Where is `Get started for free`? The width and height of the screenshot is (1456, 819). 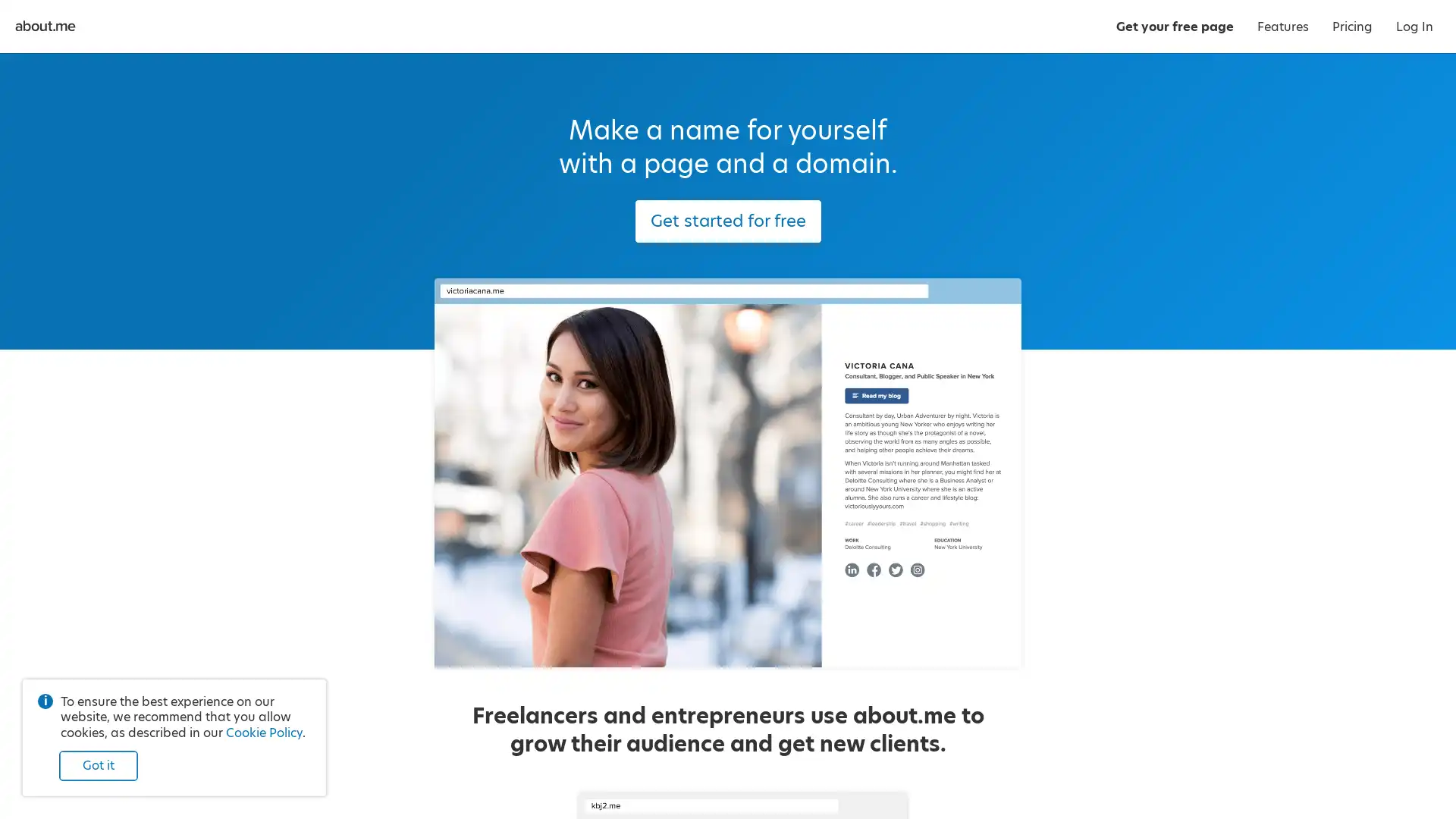
Get started for free is located at coordinates (726, 221).